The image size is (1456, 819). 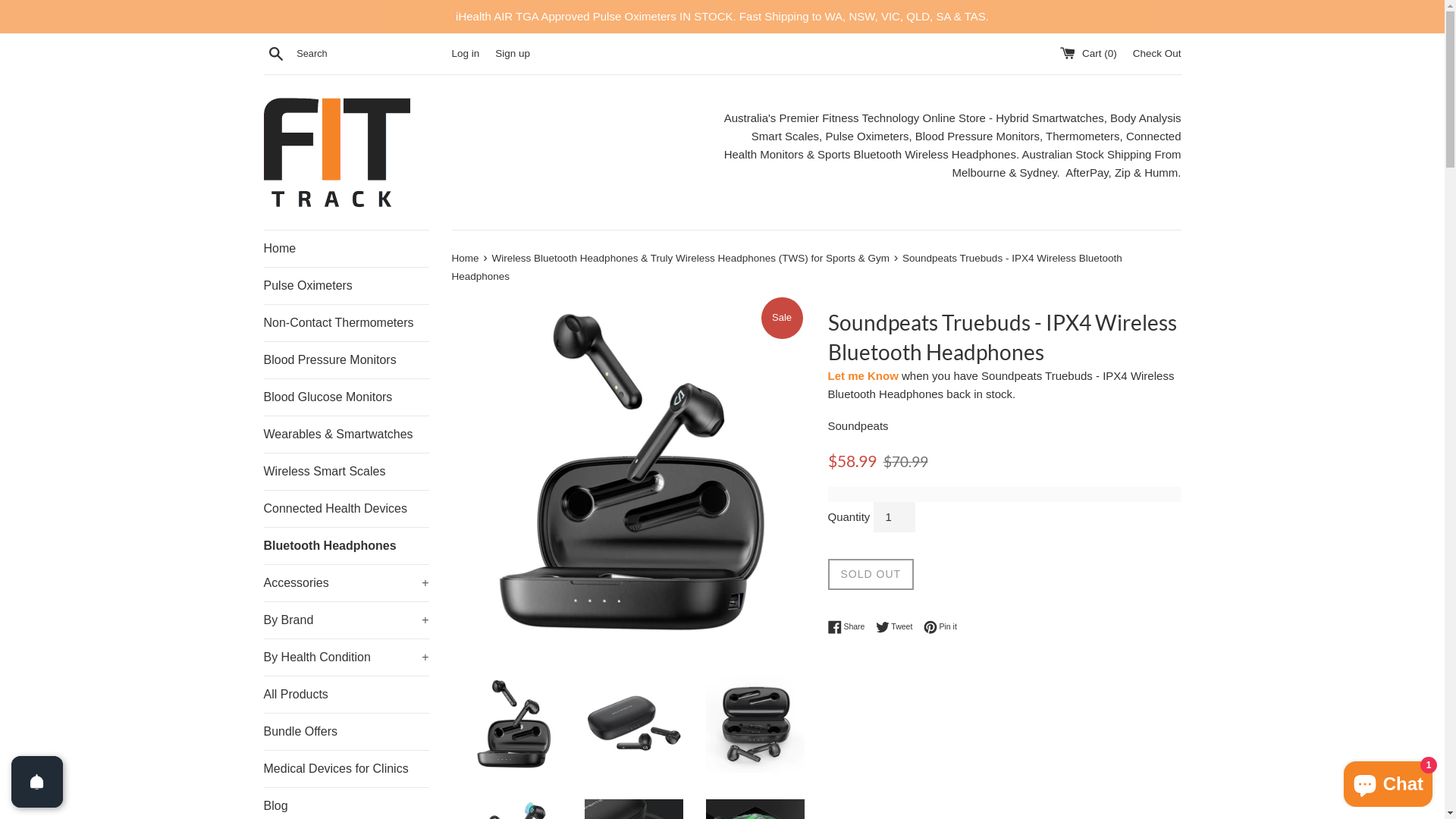 What do you see at coordinates (1114, 172) in the screenshot?
I see `'Zip'` at bounding box center [1114, 172].